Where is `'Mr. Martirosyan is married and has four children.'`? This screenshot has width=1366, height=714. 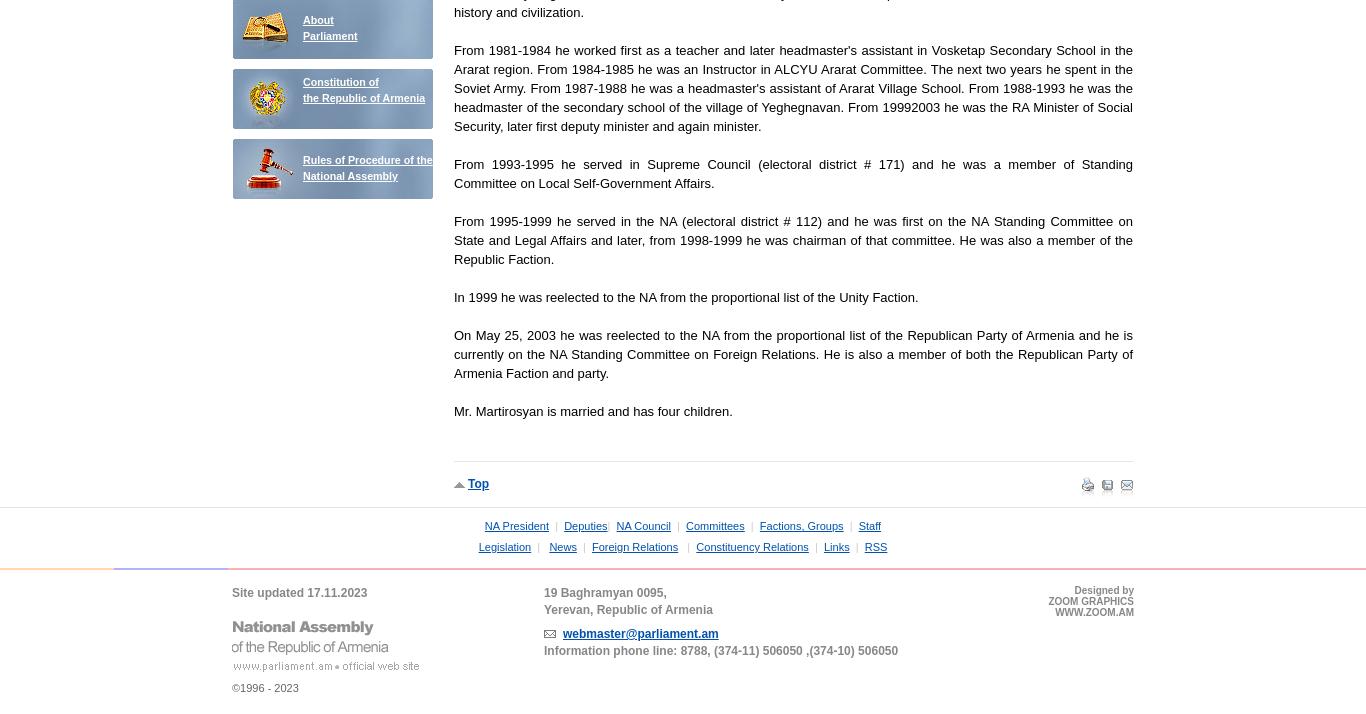 'Mr. Martirosyan is married and has four children.' is located at coordinates (591, 411).